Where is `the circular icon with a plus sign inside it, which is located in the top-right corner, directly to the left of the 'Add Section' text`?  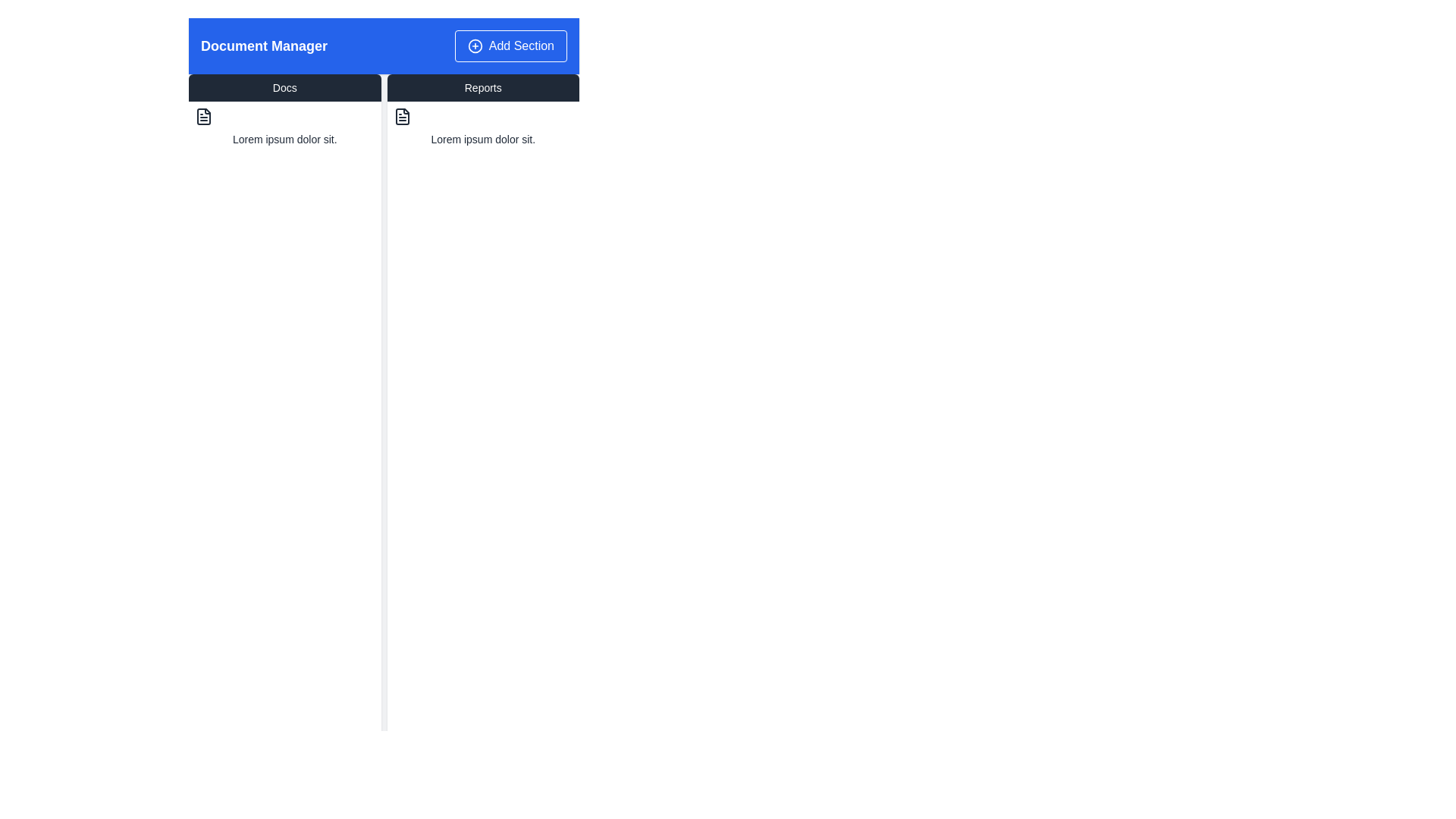
the circular icon with a plus sign inside it, which is located in the top-right corner, directly to the left of the 'Add Section' text is located at coordinates (474, 45).